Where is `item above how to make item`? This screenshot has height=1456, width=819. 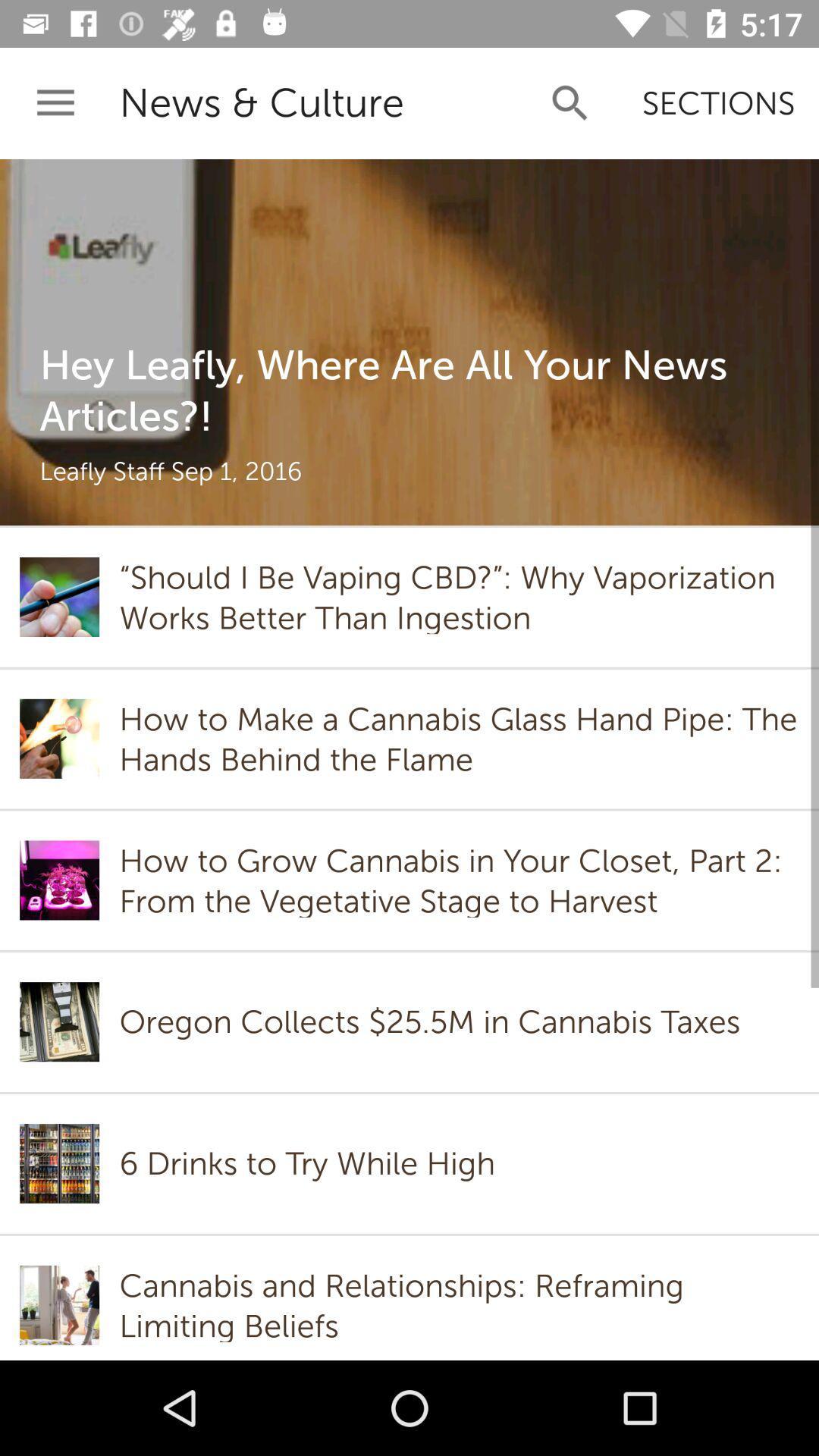
item above how to make item is located at coordinates (458, 596).